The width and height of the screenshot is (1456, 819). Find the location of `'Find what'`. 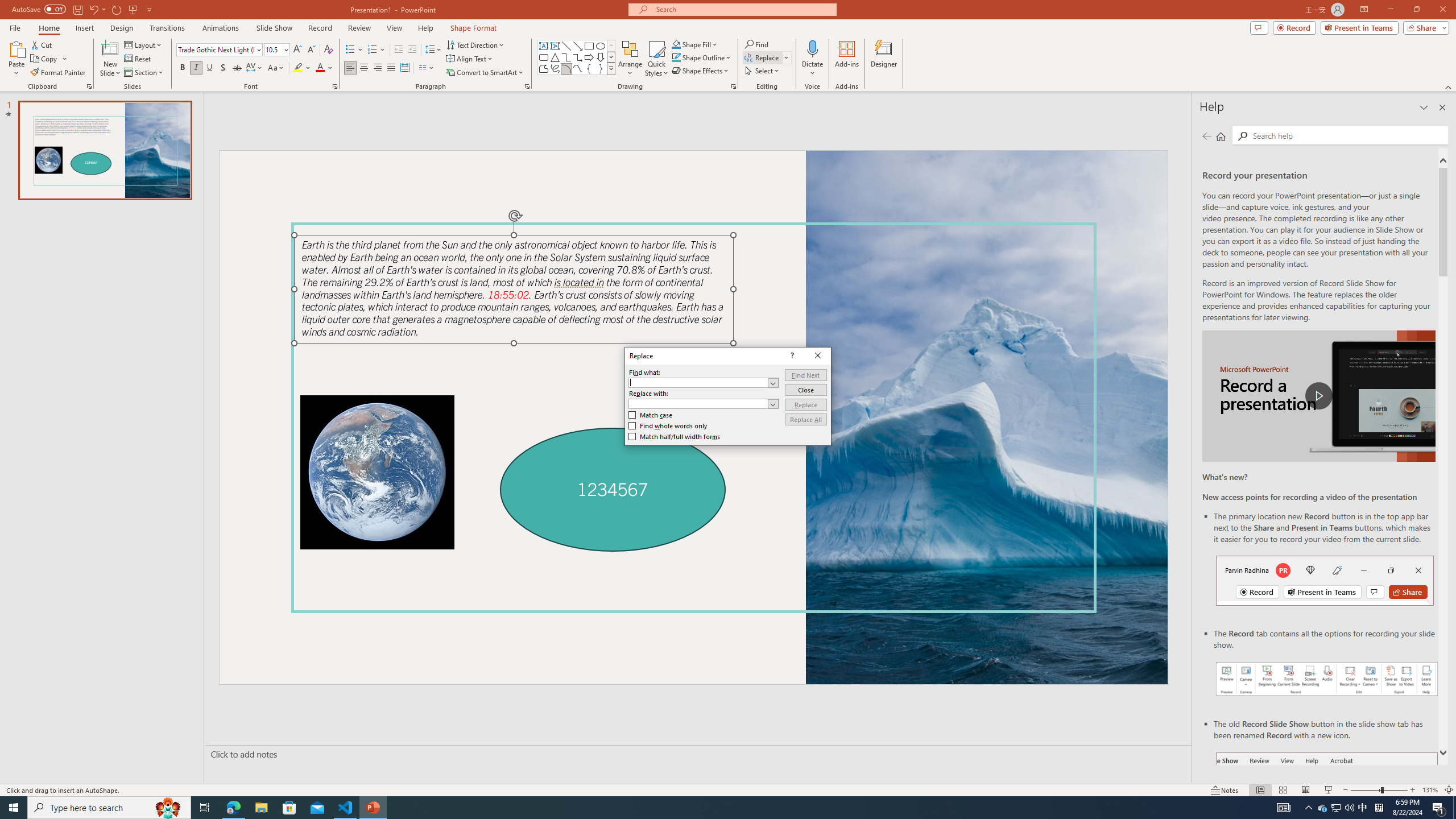

'Find what' is located at coordinates (703, 383).